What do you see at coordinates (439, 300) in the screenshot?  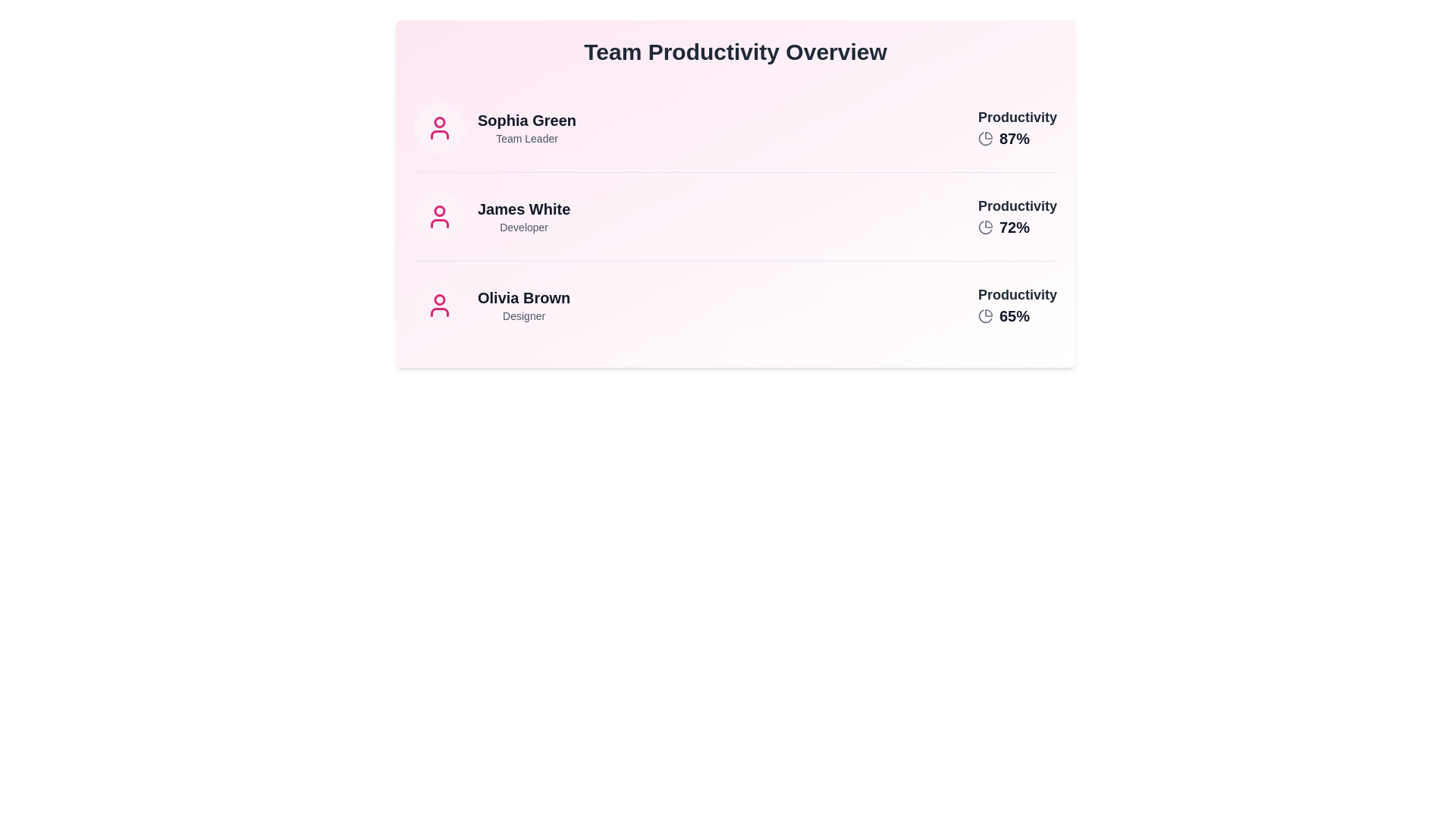 I see `the Circle (SVG element) that represents the user profile icon for Olivia Brown, located near the center of the circular icon on the left side of the third row` at bounding box center [439, 300].